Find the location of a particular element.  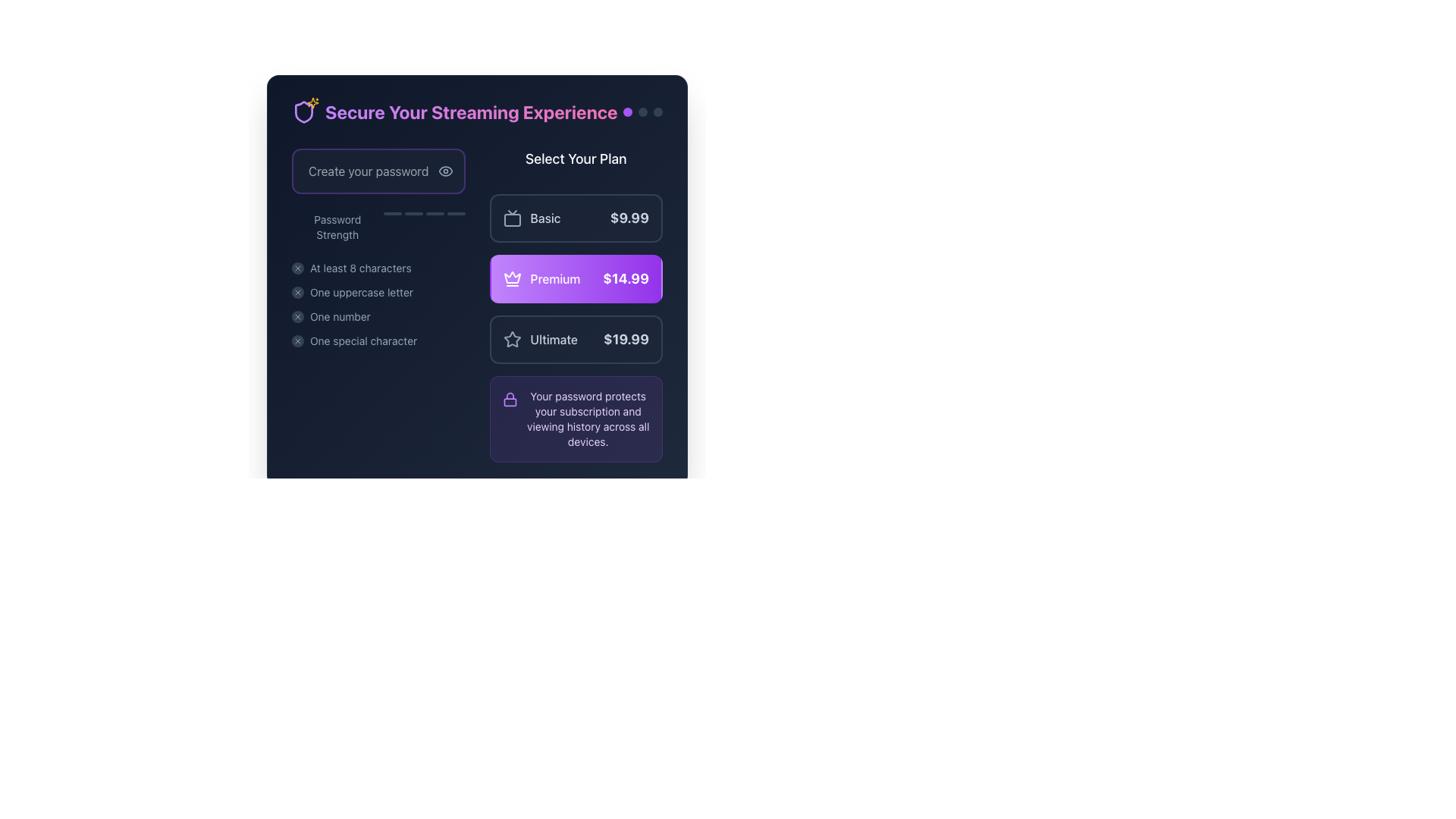

details listed in the instructional list for password criteria, which is located below the 'Password Strength' label and above the subscription plan options is located at coordinates (378, 304).